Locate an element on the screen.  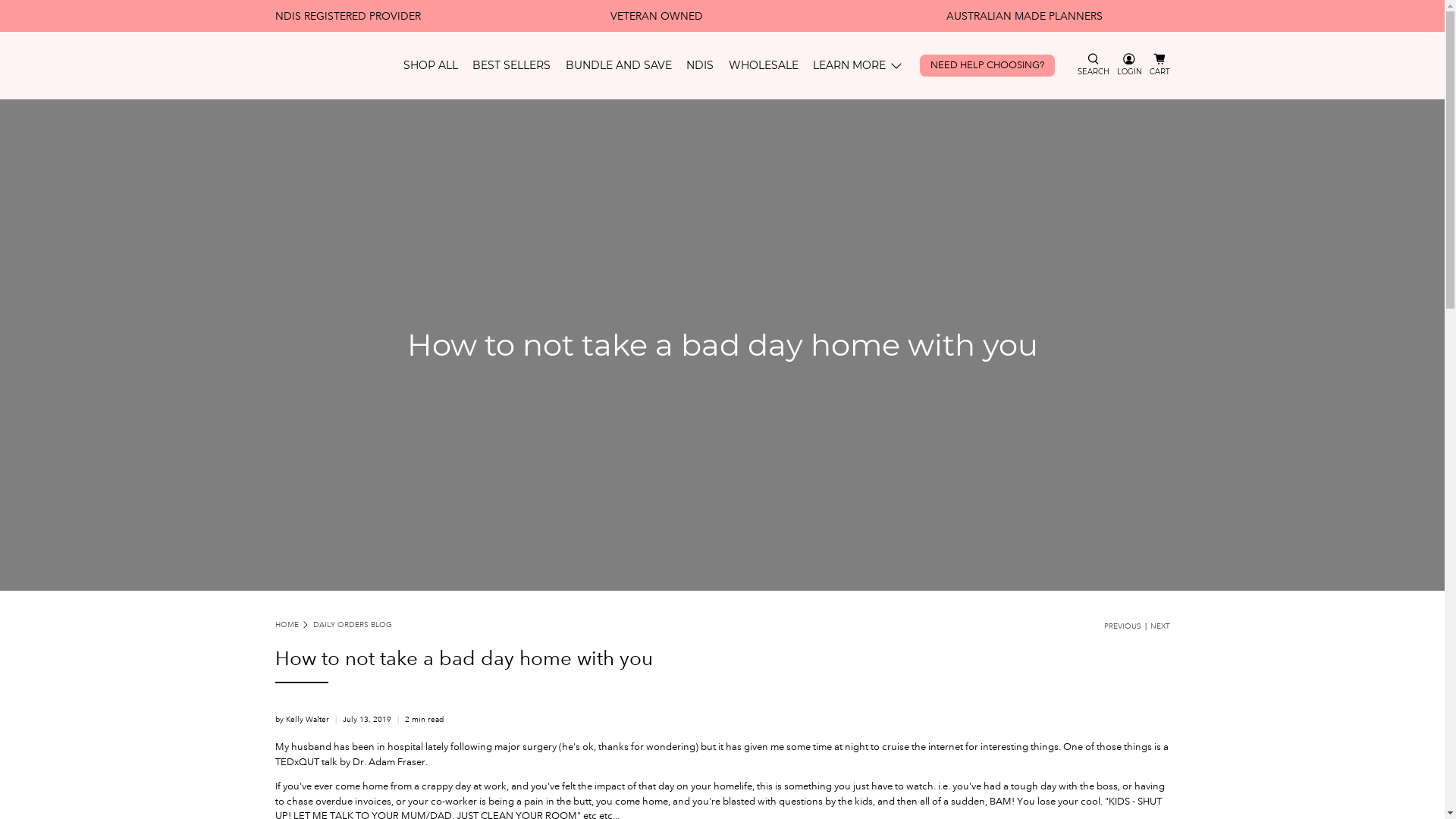
'LEARN MORE' is located at coordinates (858, 64).